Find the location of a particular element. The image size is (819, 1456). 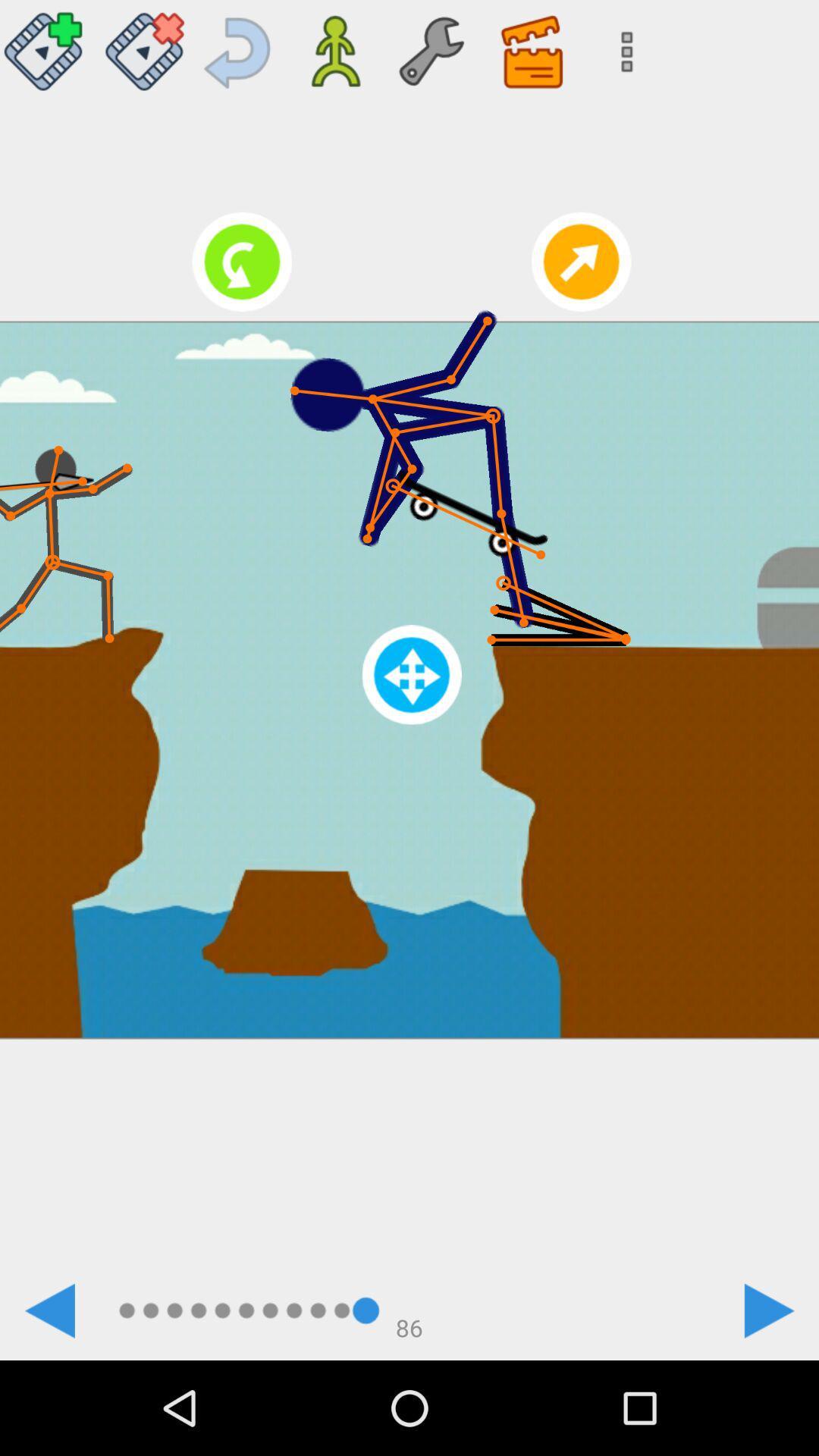

revert undo something is located at coordinates (239, 45).